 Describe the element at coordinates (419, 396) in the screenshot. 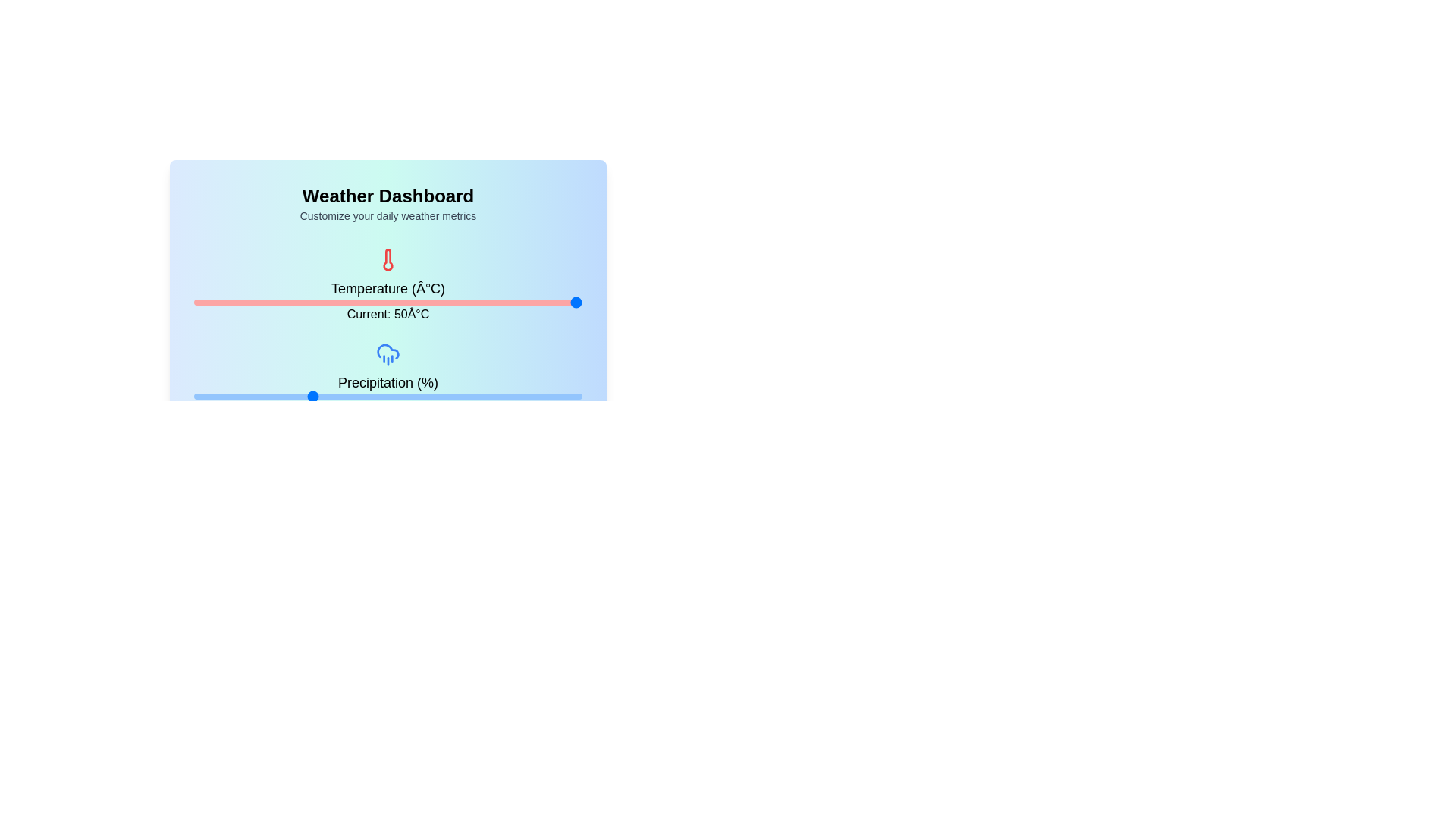

I see `the precipitation level` at that location.